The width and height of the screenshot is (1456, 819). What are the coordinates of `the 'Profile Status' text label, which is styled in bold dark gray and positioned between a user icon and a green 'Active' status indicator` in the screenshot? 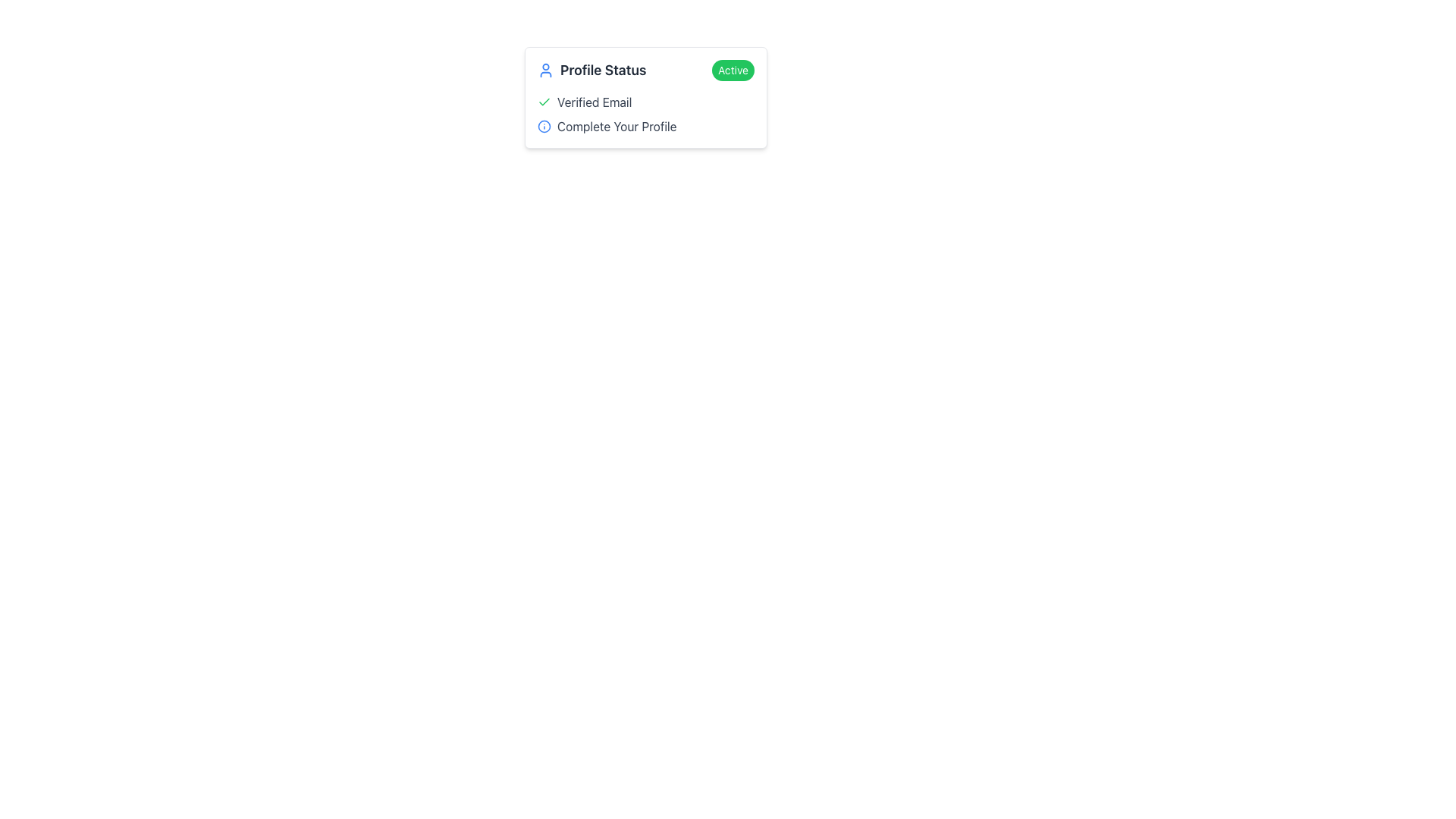 It's located at (602, 70).